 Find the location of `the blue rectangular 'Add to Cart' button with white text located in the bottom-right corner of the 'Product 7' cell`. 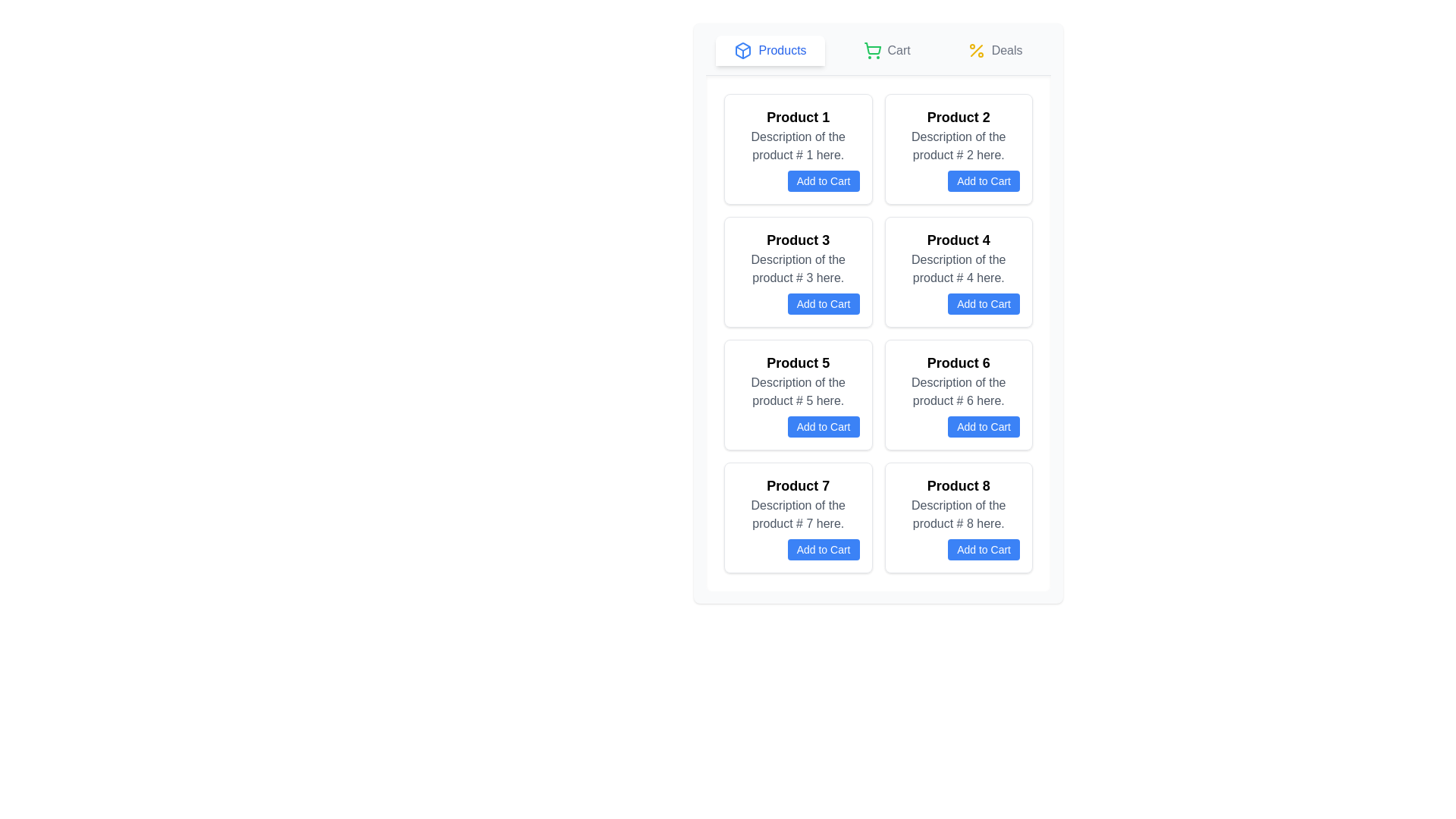

the blue rectangular 'Add to Cart' button with white text located in the bottom-right corner of the 'Product 7' cell is located at coordinates (797, 550).